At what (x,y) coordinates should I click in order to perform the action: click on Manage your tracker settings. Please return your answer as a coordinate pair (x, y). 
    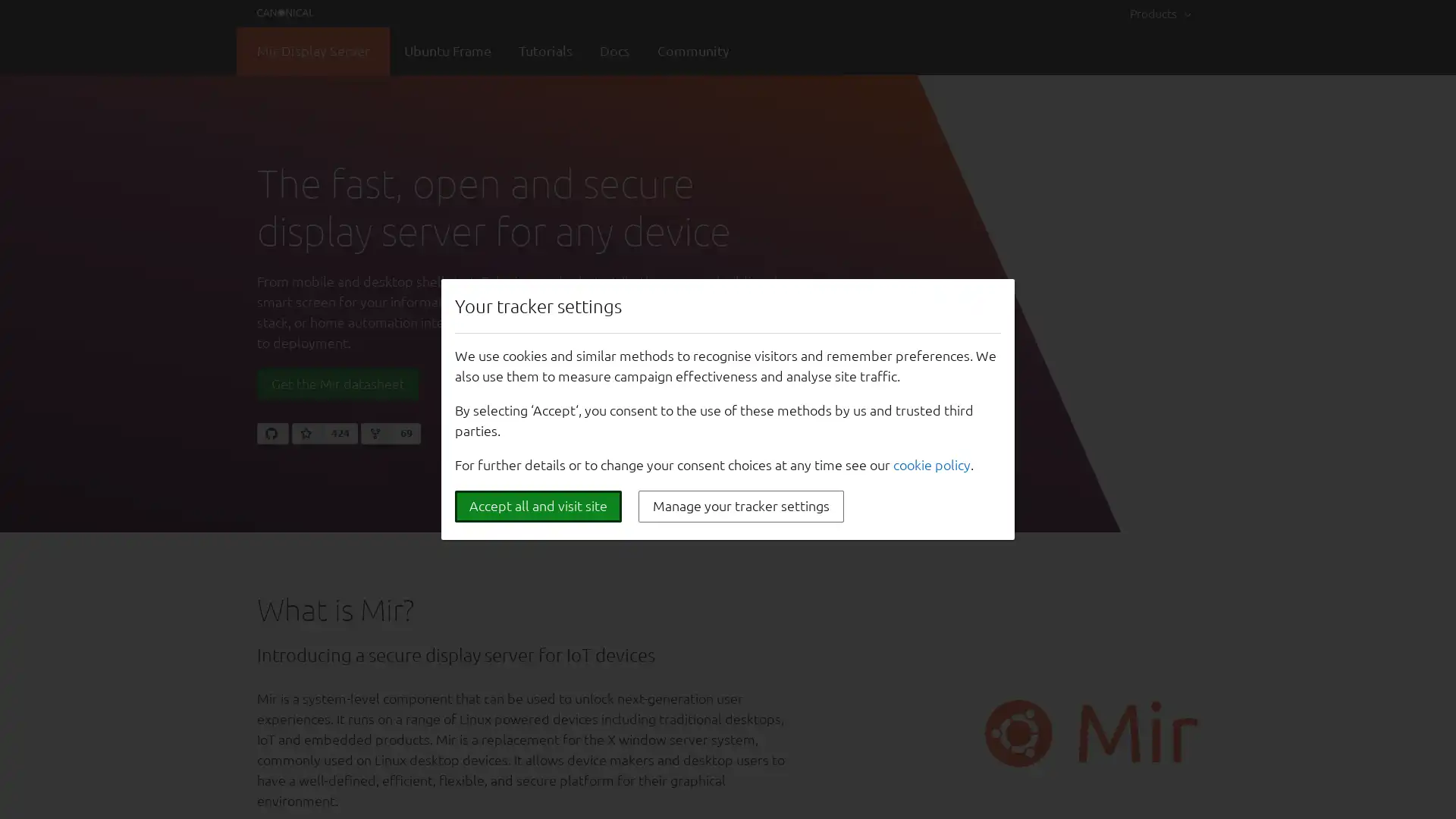
    Looking at the image, I should click on (741, 506).